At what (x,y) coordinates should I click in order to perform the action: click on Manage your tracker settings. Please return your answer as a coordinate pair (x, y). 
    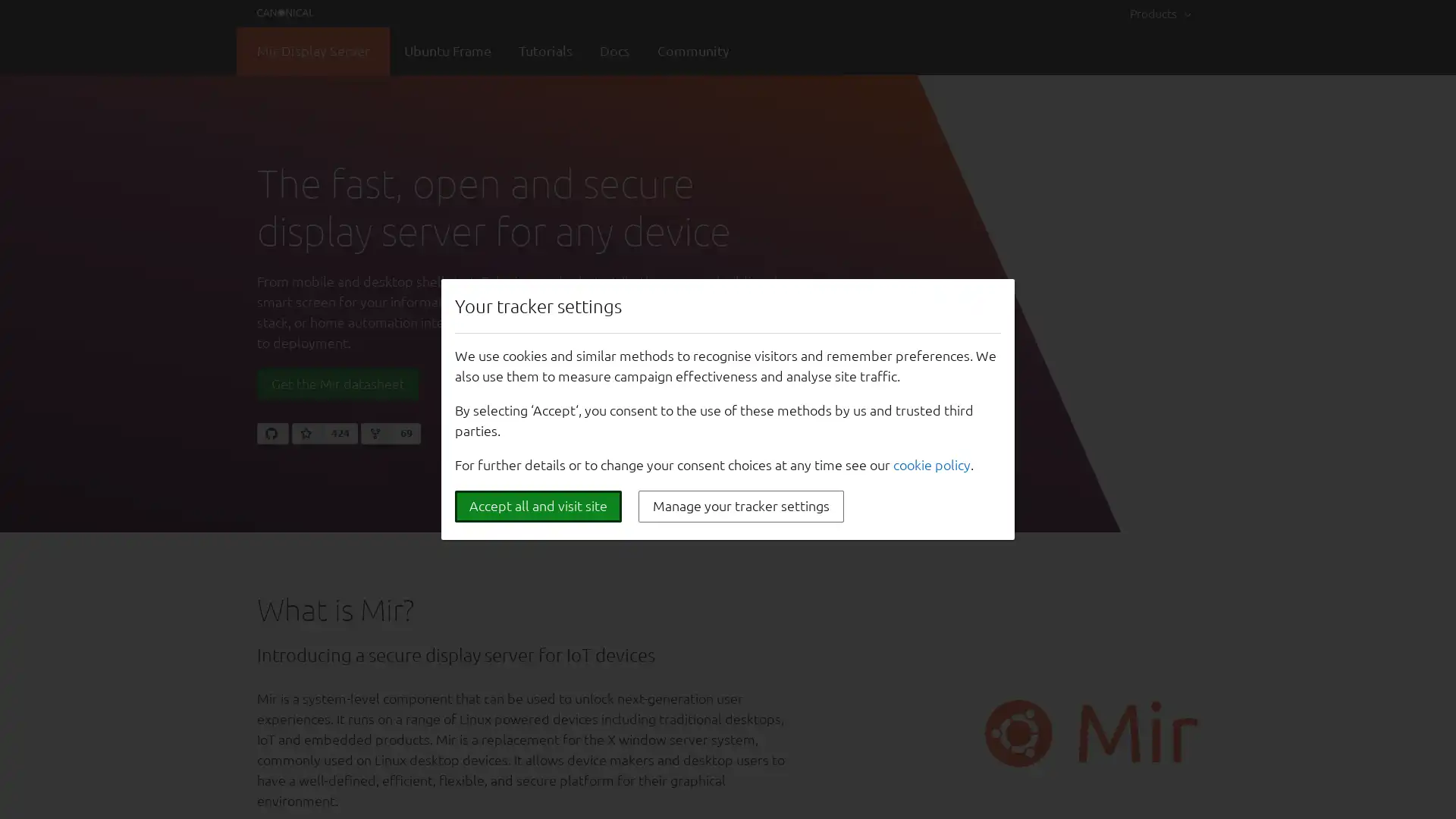
    Looking at the image, I should click on (741, 506).